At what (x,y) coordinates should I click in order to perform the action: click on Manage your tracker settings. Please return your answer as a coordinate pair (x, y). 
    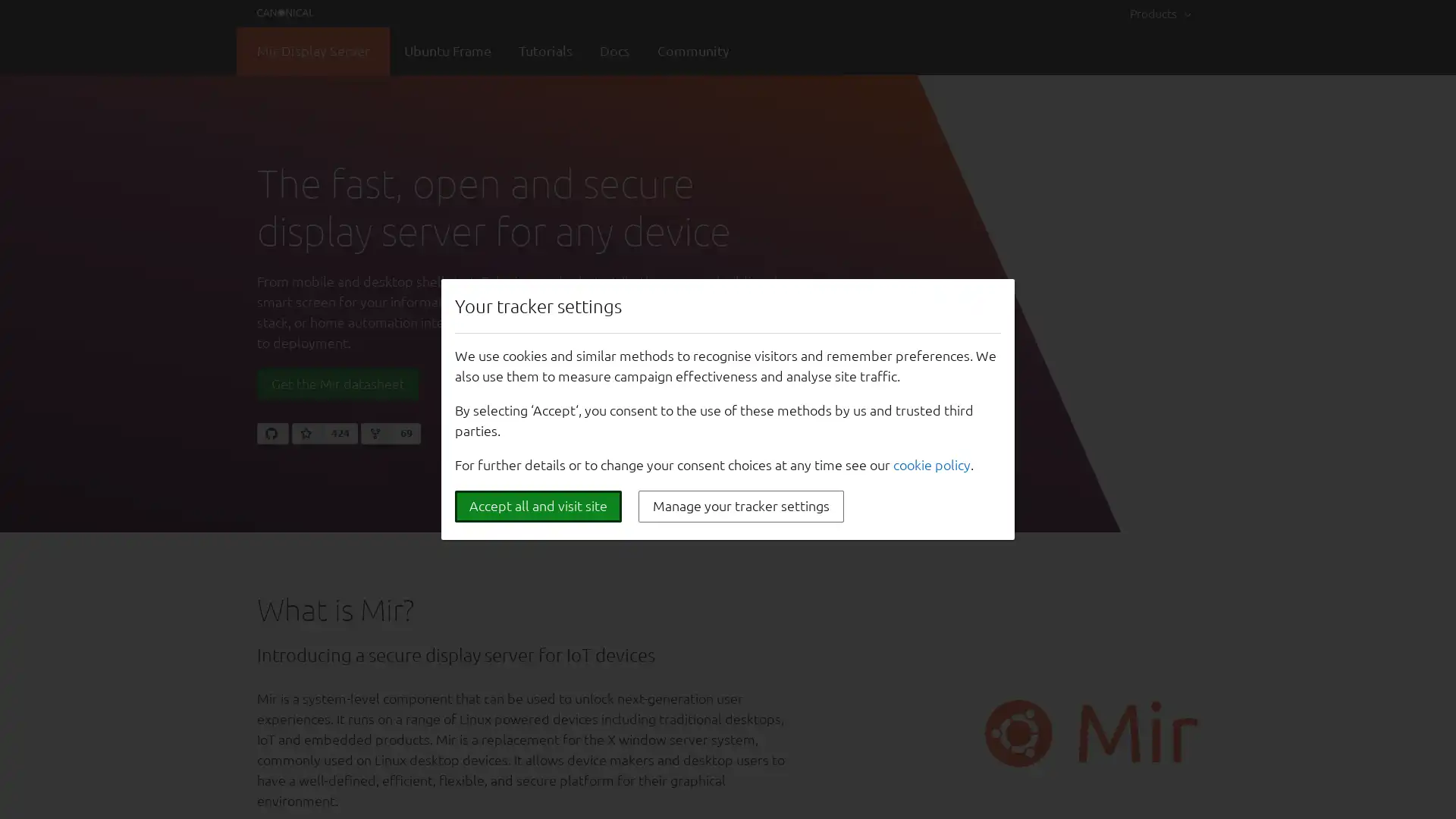
    Looking at the image, I should click on (741, 506).